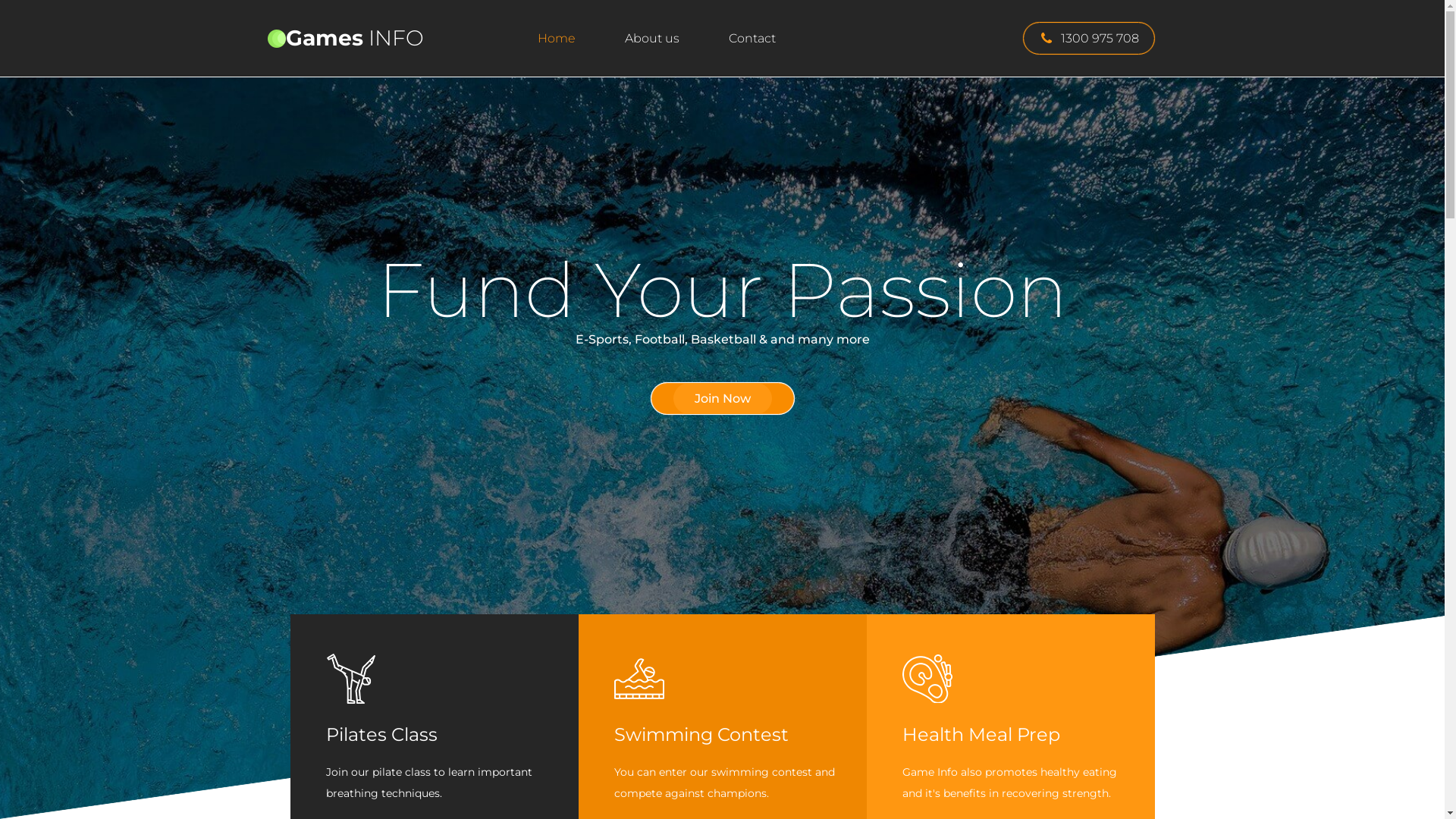 This screenshot has height=819, width=1456. What do you see at coordinates (720, 397) in the screenshot?
I see `'Join Now'` at bounding box center [720, 397].